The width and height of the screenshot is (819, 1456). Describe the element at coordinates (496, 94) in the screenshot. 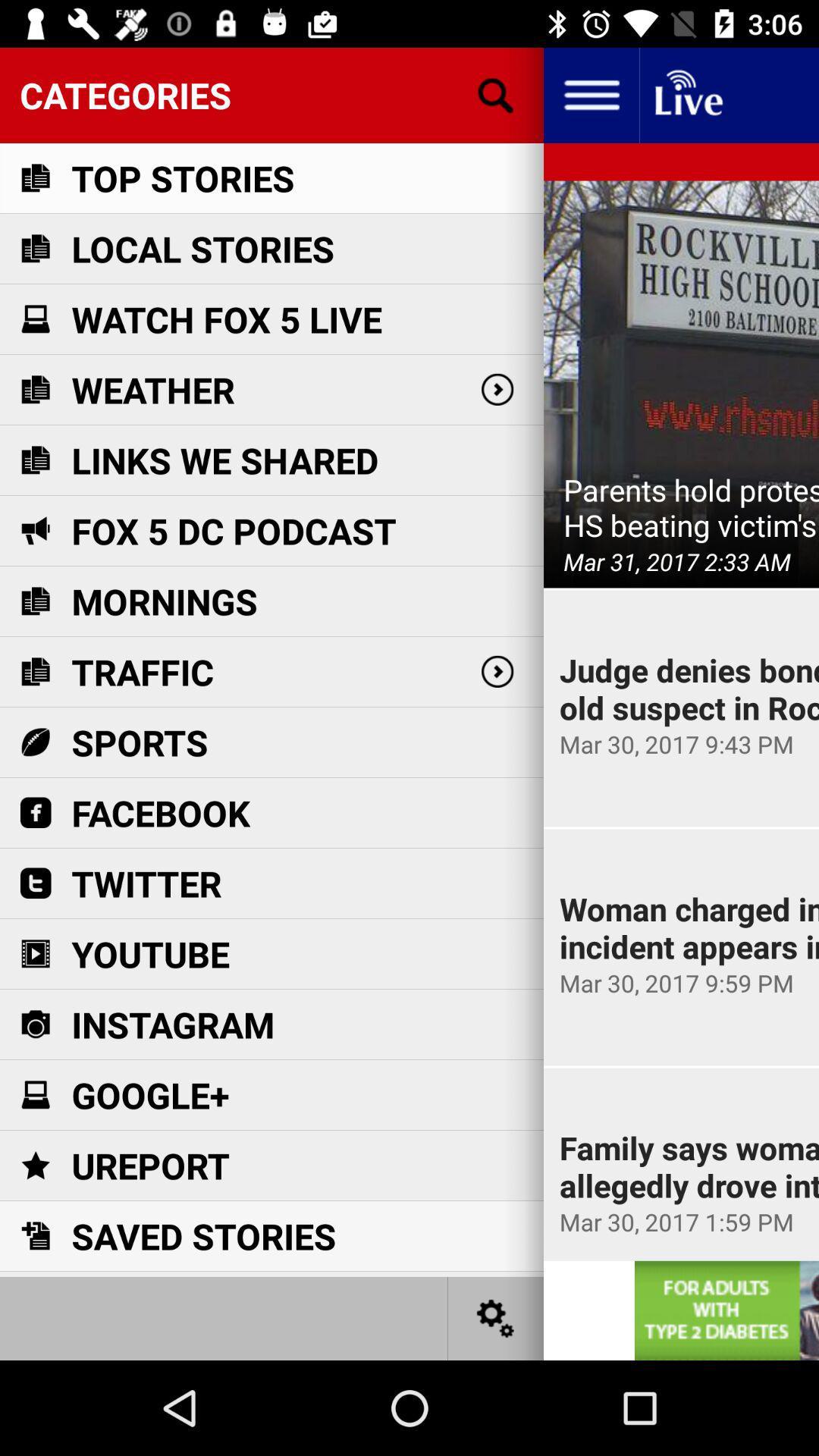

I see `the search icon` at that location.